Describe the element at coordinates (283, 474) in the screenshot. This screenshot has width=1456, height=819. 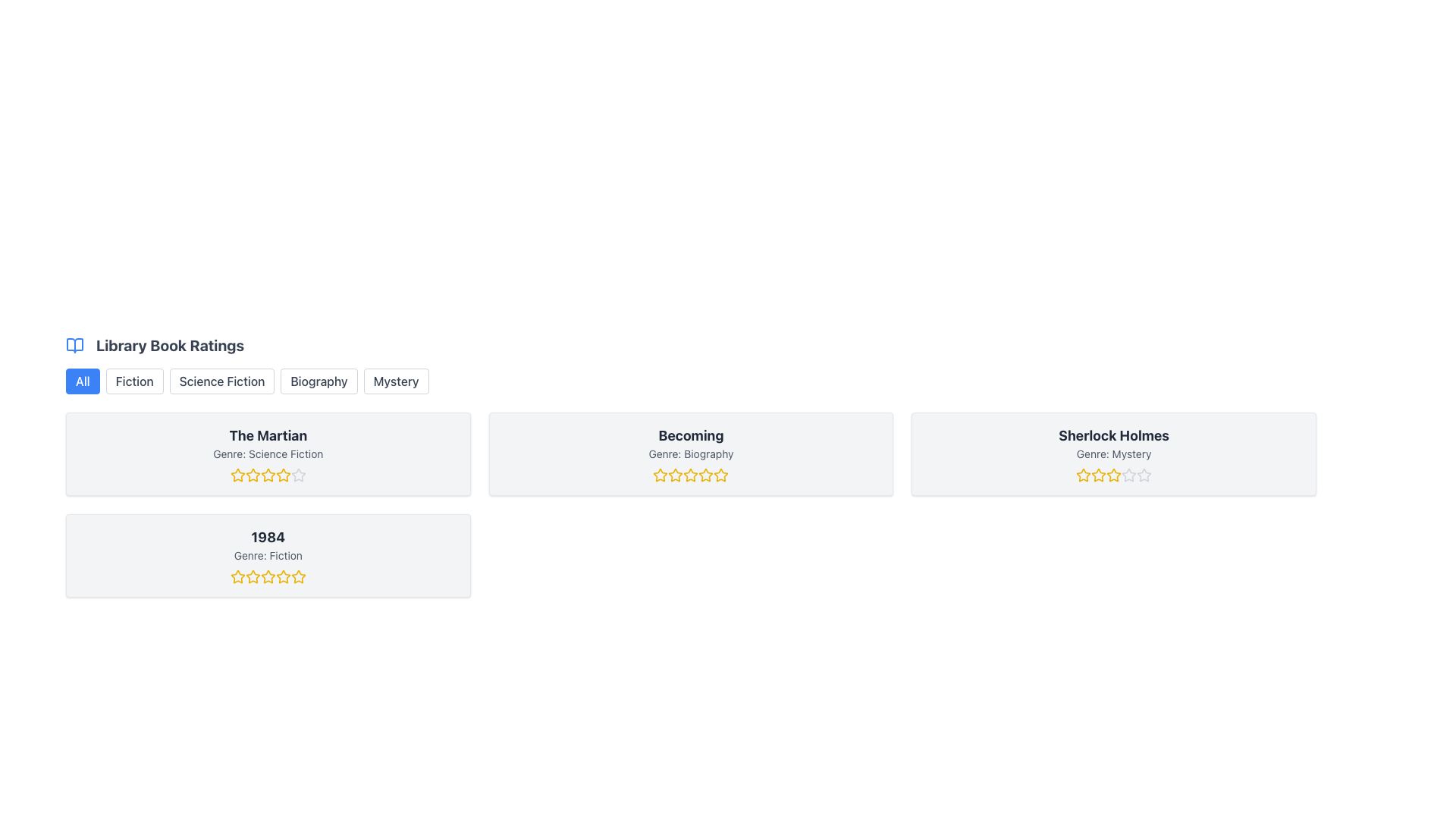
I see `the fourth clickable star icon used for rating under the book title 'The Martian' in the 'Library Book Ratings' section` at that location.